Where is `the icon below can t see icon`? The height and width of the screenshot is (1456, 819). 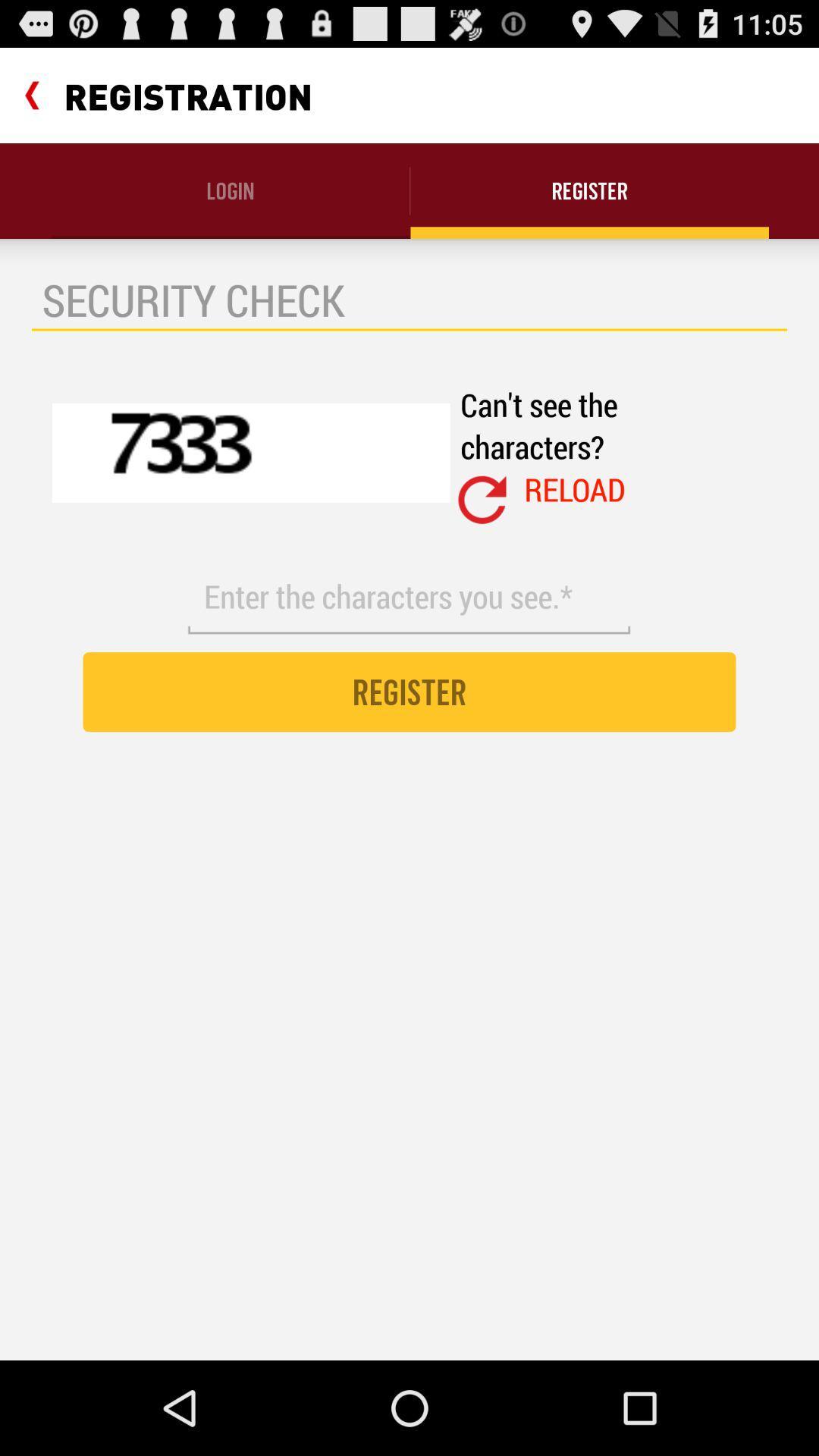 the icon below can t see icon is located at coordinates (482, 500).